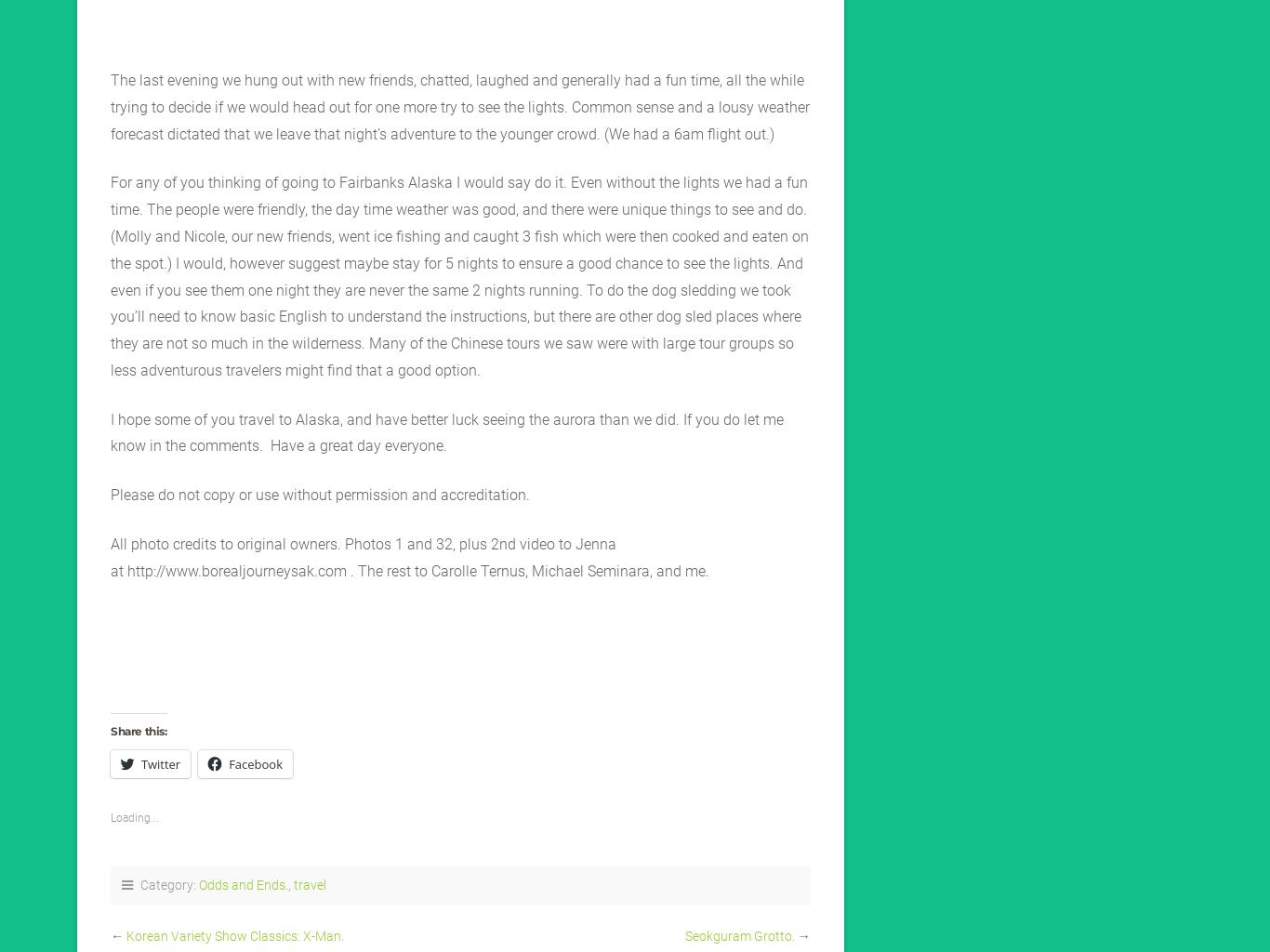 The width and height of the screenshot is (1270, 952). What do you see at coordinates (459, 275) in the screenshot?
I see `'For any of you thinking of going to Fairbanks Alaska I would say do it. Even without the lights we had a fun time. The people were friendly, the day time weather was good, and there were unique things to see and do. (Molly and Nicole, our new friends, went ice fishing and caught 3 fish which were then cooked and eaten on the spot.) I would, however suggest maybe stay for 5 nights to ensure a good chance to see the lights. And even if you see them one night they are never the same 2 nights running. To do the dog sledding we took you’ll need to know basic English to understand the instructions, but there are other dog sled places where they are not so much in the wilderness. Many of the Chinese tours we saw were with large tour groups so less adventurous travelers might find that a good option.'` at bounding box center [459, 275].